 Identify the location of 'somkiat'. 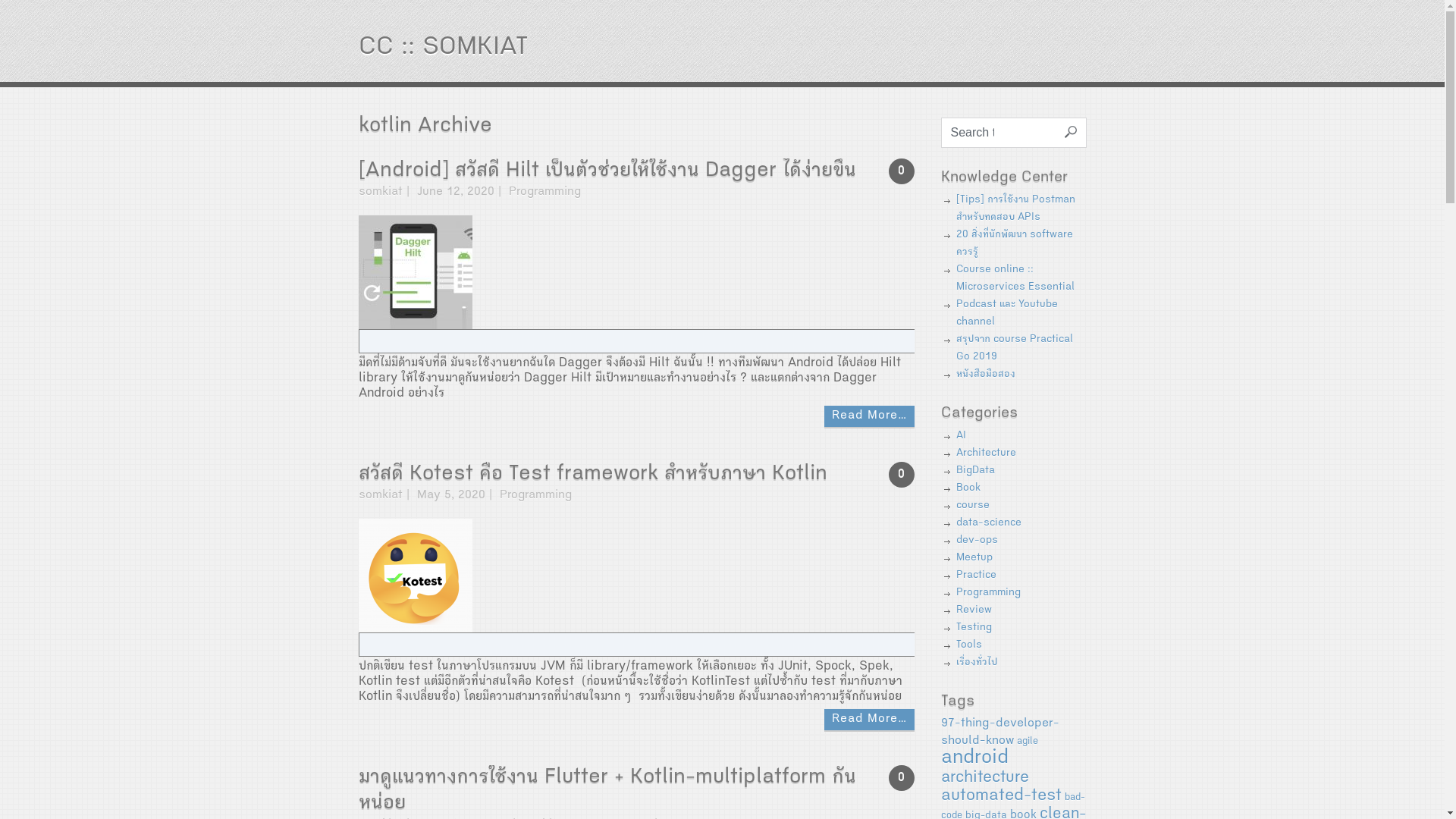
(379, 496).